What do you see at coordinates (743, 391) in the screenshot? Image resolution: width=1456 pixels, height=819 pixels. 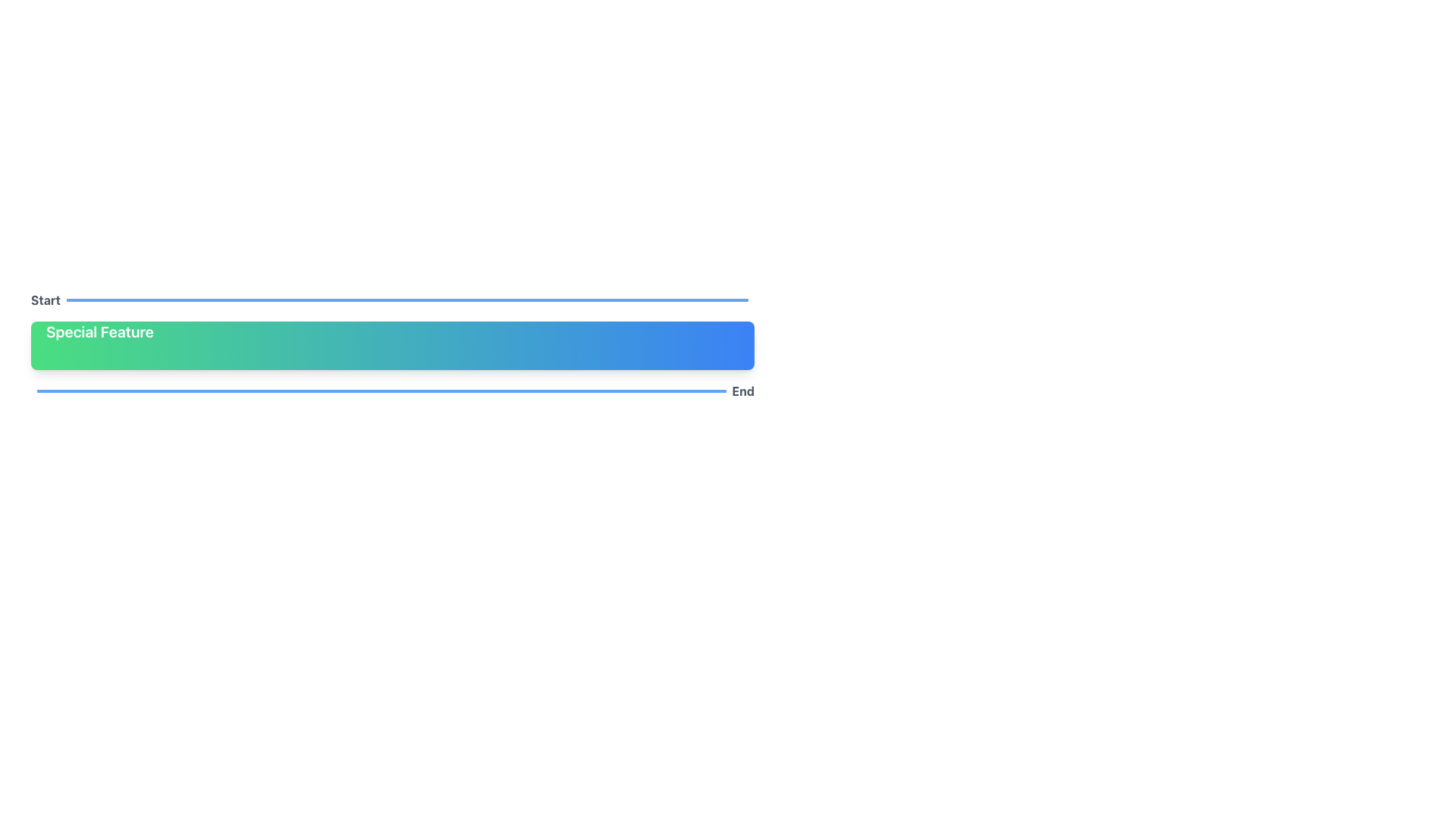 I see `the 'End' label, which indicates the endpoint of a progress bar and is positioned at the right edge of the layout` at bounding box center [743, 391].